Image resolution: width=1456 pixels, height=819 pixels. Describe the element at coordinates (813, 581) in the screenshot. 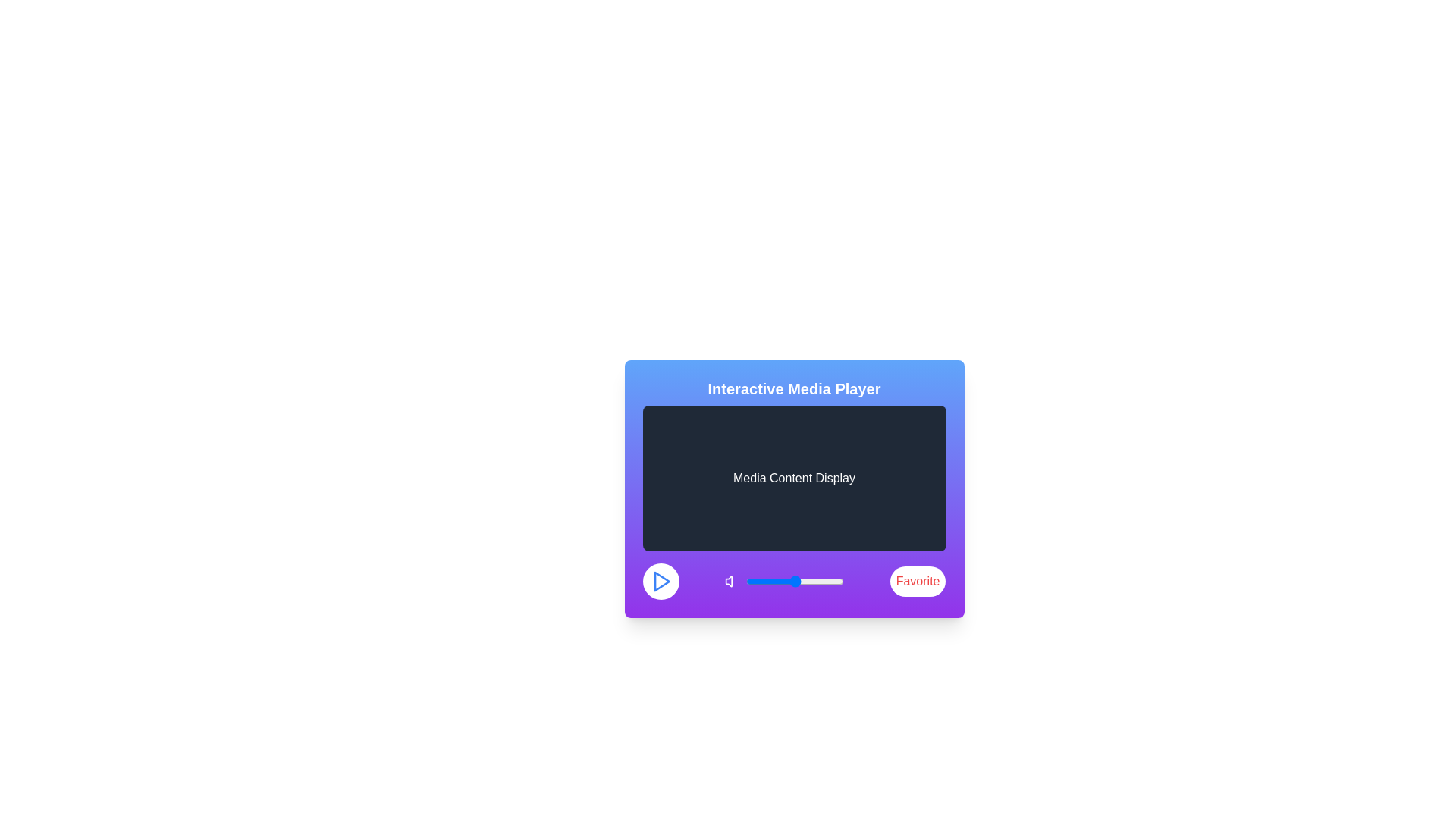

I see `the slider` at that location.